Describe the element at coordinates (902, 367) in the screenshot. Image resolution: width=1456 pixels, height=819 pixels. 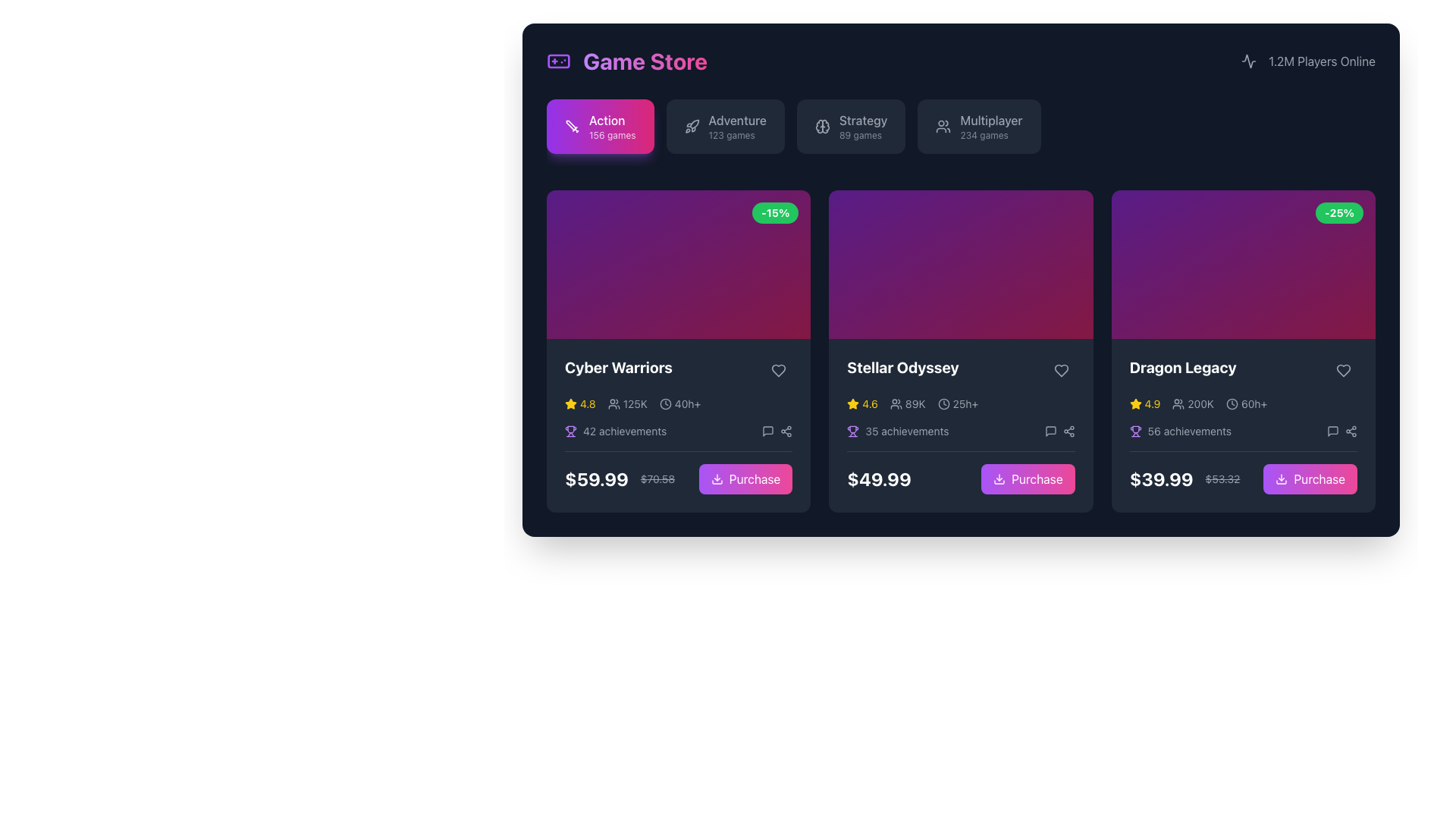
I see `the text label displaying the title 'Stellar Odyssey', located at the top of the second game card in the 'Game Store' section` at that location.